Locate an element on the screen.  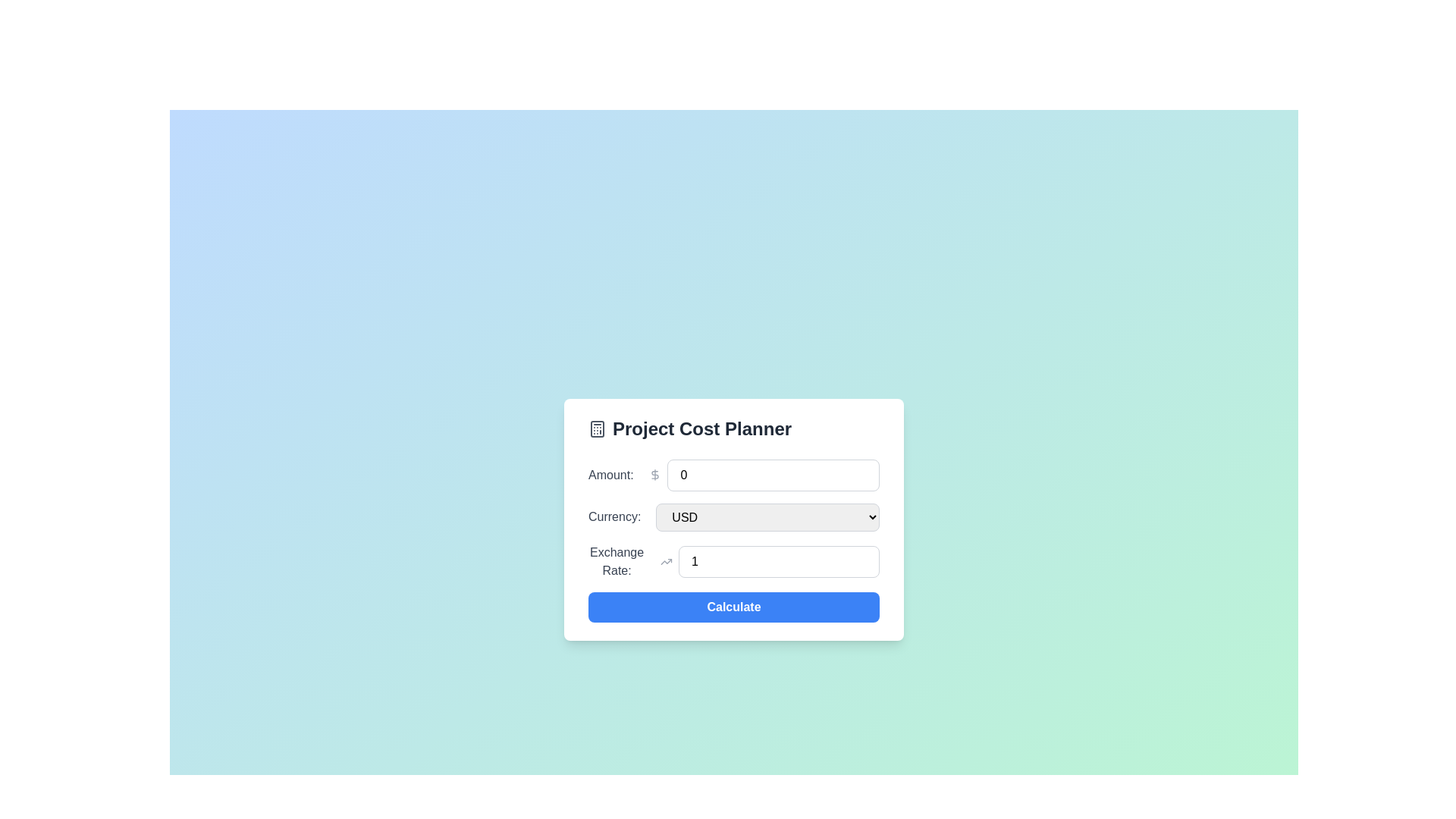
the submission button at the bottom of the 'Project Cost Planner' panel to initiate the calculation process is located at coordinates (734, 605).